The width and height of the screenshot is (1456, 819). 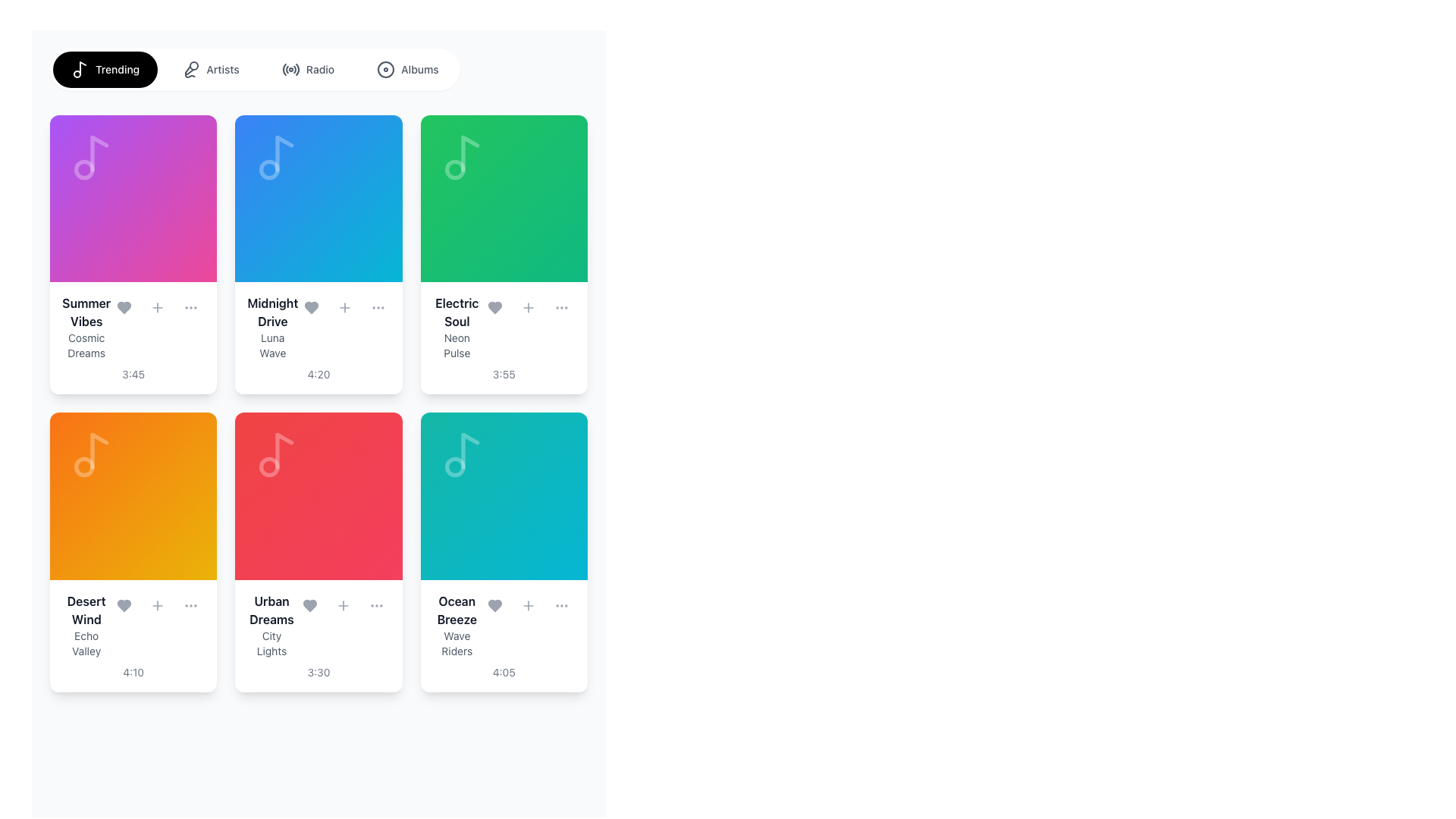 I want to click on the middle button in the horizontal row of three elements at the bottom of the 'Urban Dreams' music card, so click(x=342, y=604).